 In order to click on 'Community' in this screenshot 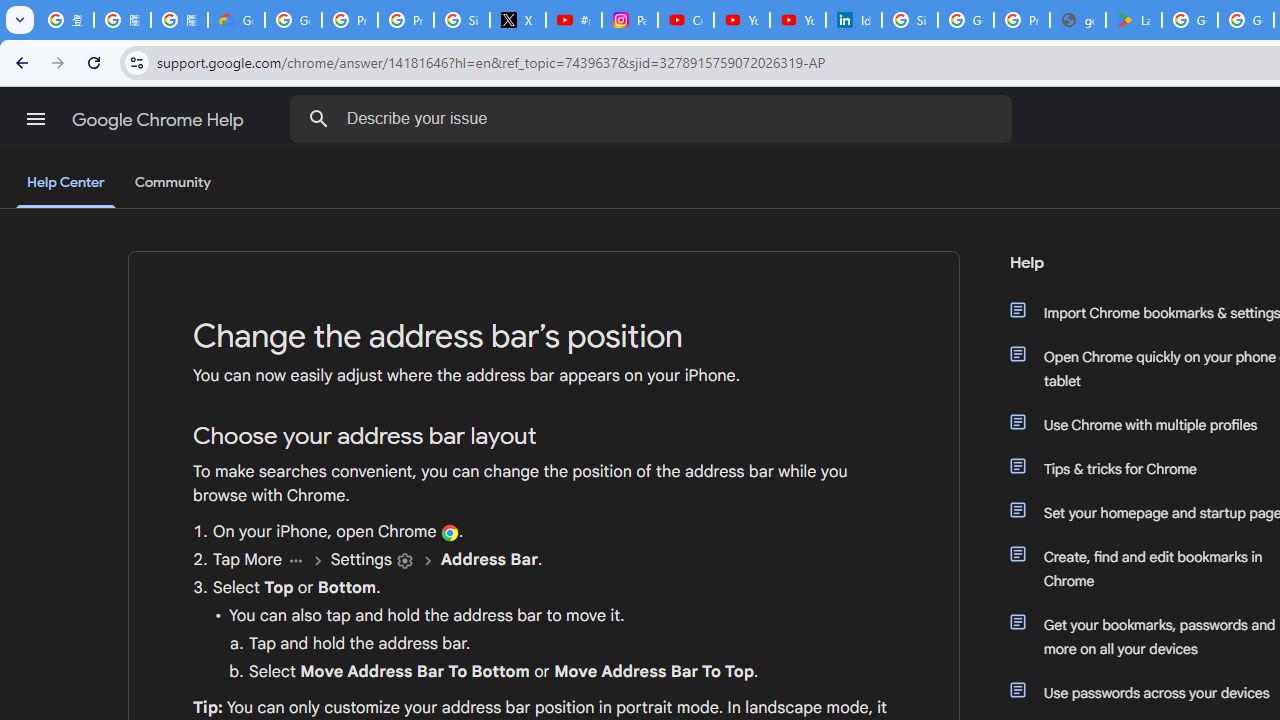, I will do `click(172, 183)`.